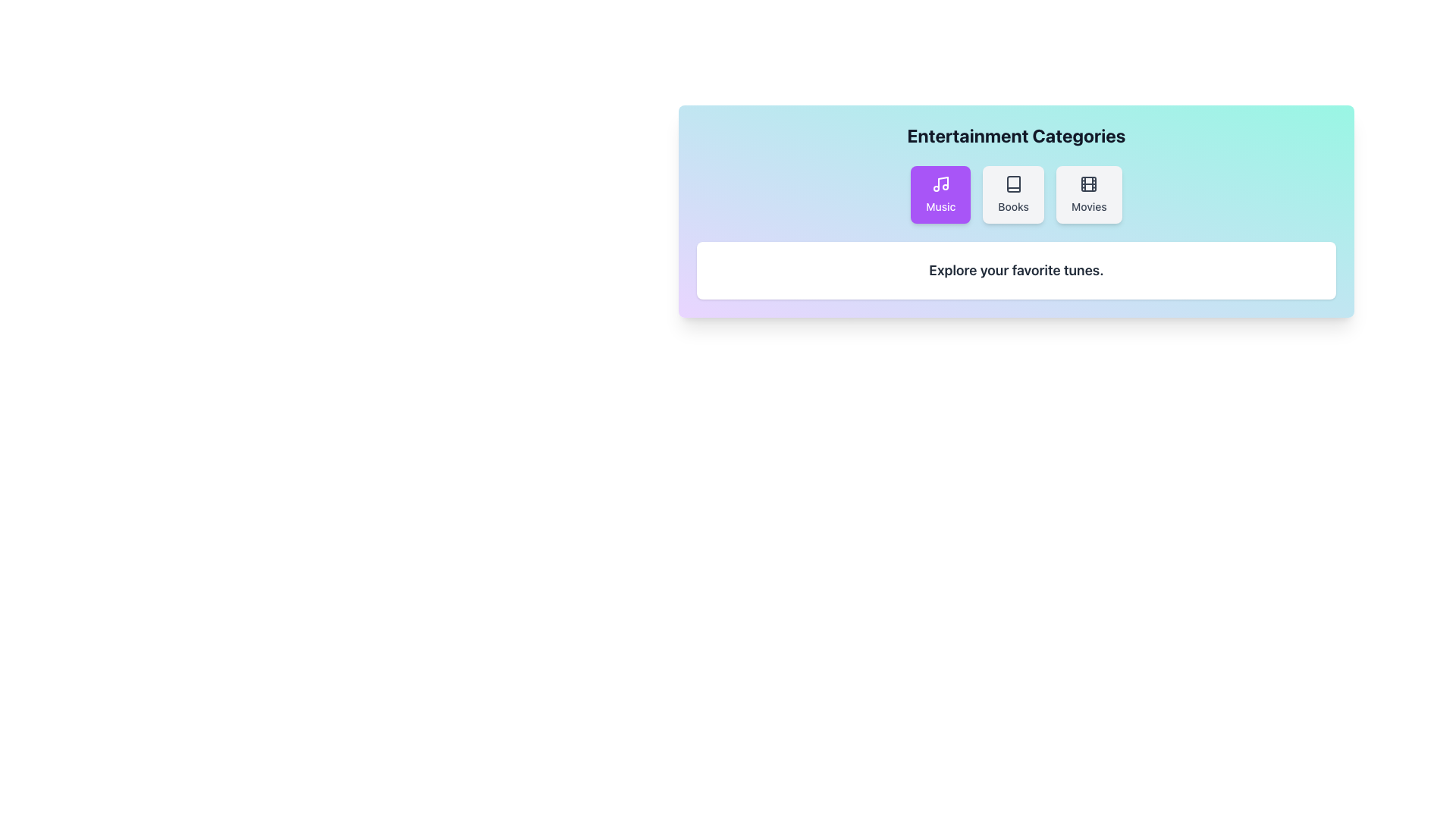 The image size is (1456, 819). What do you see at coordinates (1088, 184) in the screenshot?
I see `the decorative SVG icon component, a light grey or white rounded rectangle located centrally within the 'Movies' icon in the 'Entertainment Categories' section` at bounding box center [1088, 184].